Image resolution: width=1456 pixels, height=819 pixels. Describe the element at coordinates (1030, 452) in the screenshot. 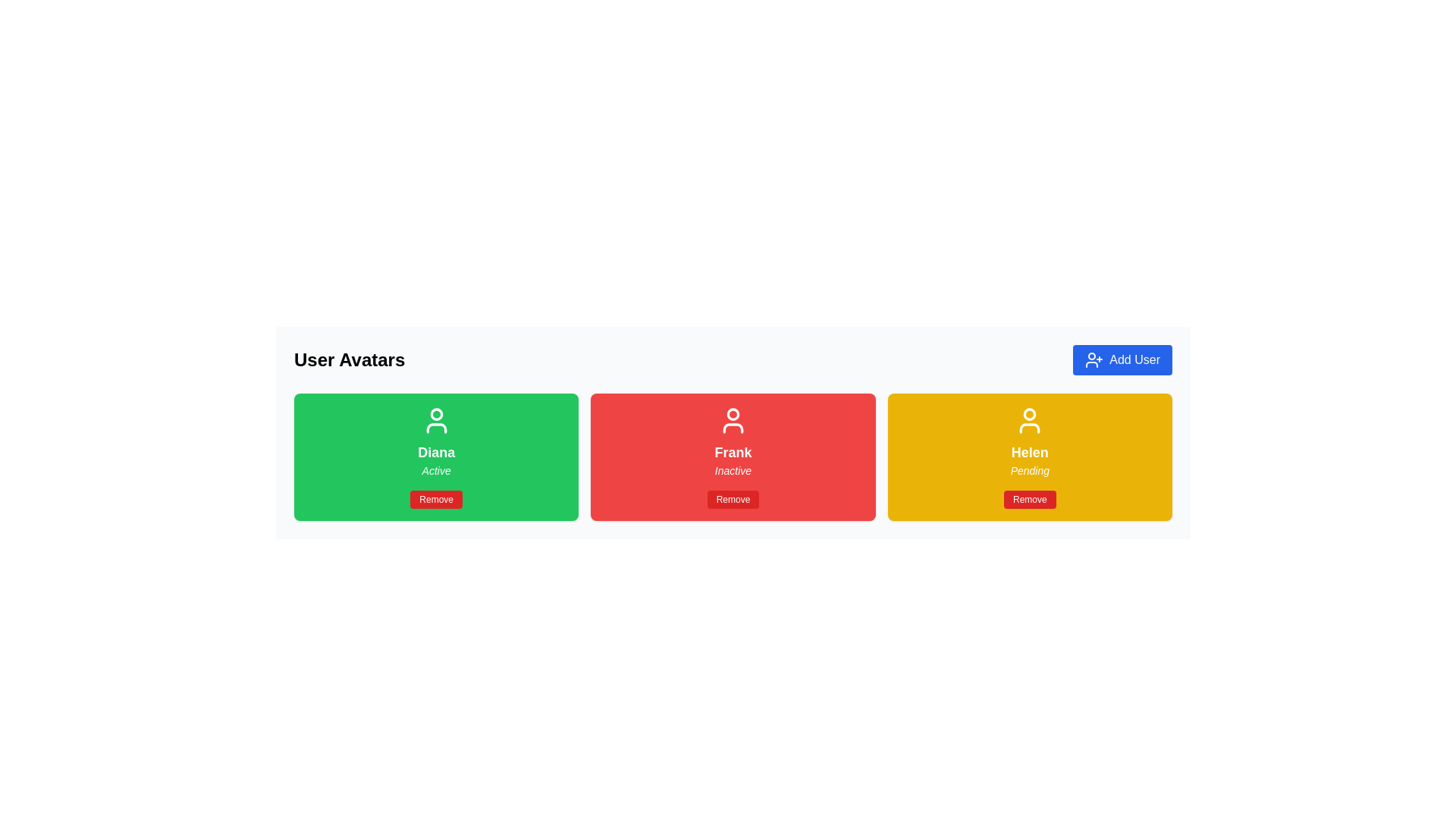

I see `the bold text labeled 'Helen' located centrally in the yellow card, which is part of a grid of user information cards` at that location.